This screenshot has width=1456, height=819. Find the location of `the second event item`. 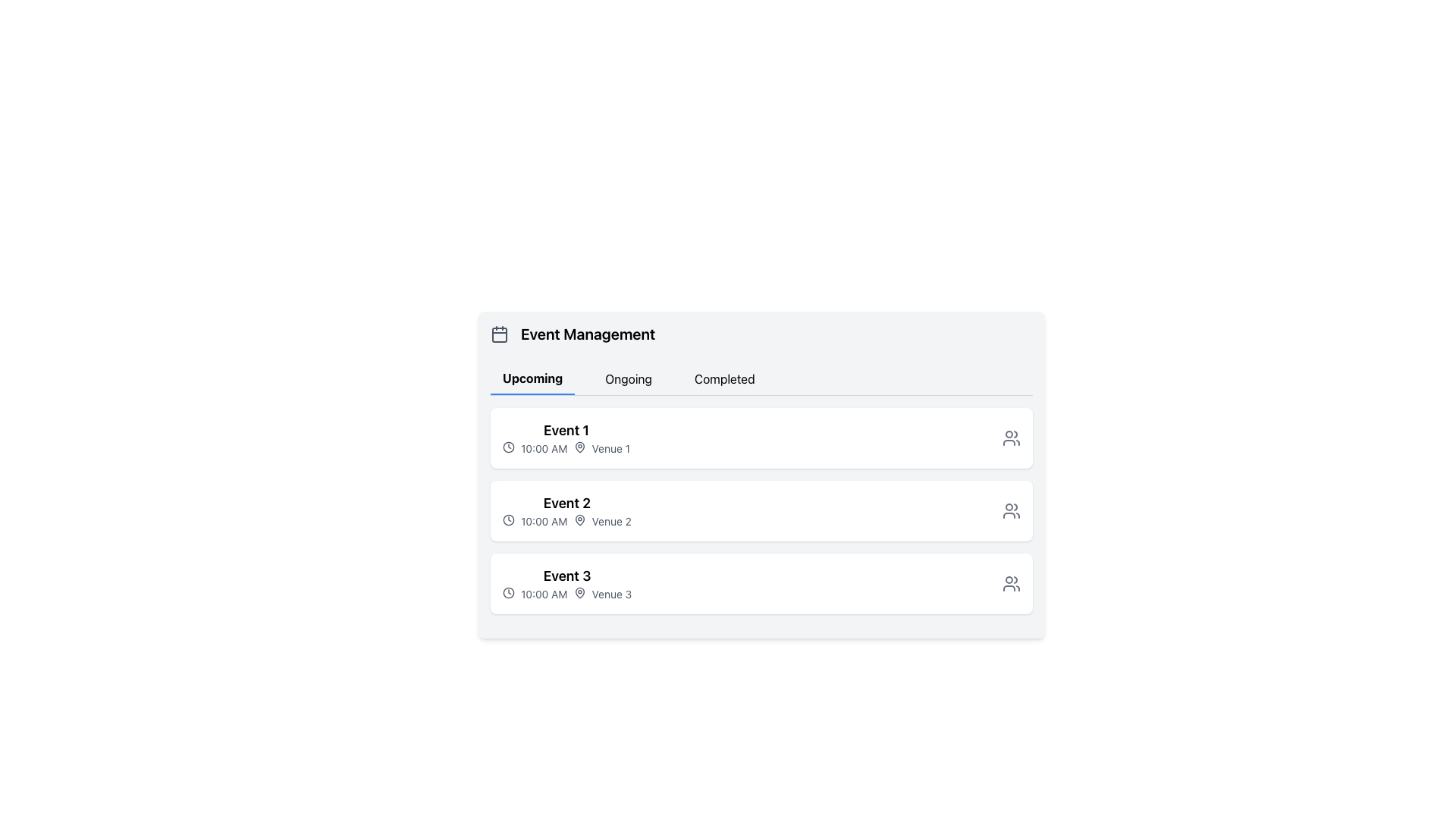

the second event item is located at coordinates (761, 511).